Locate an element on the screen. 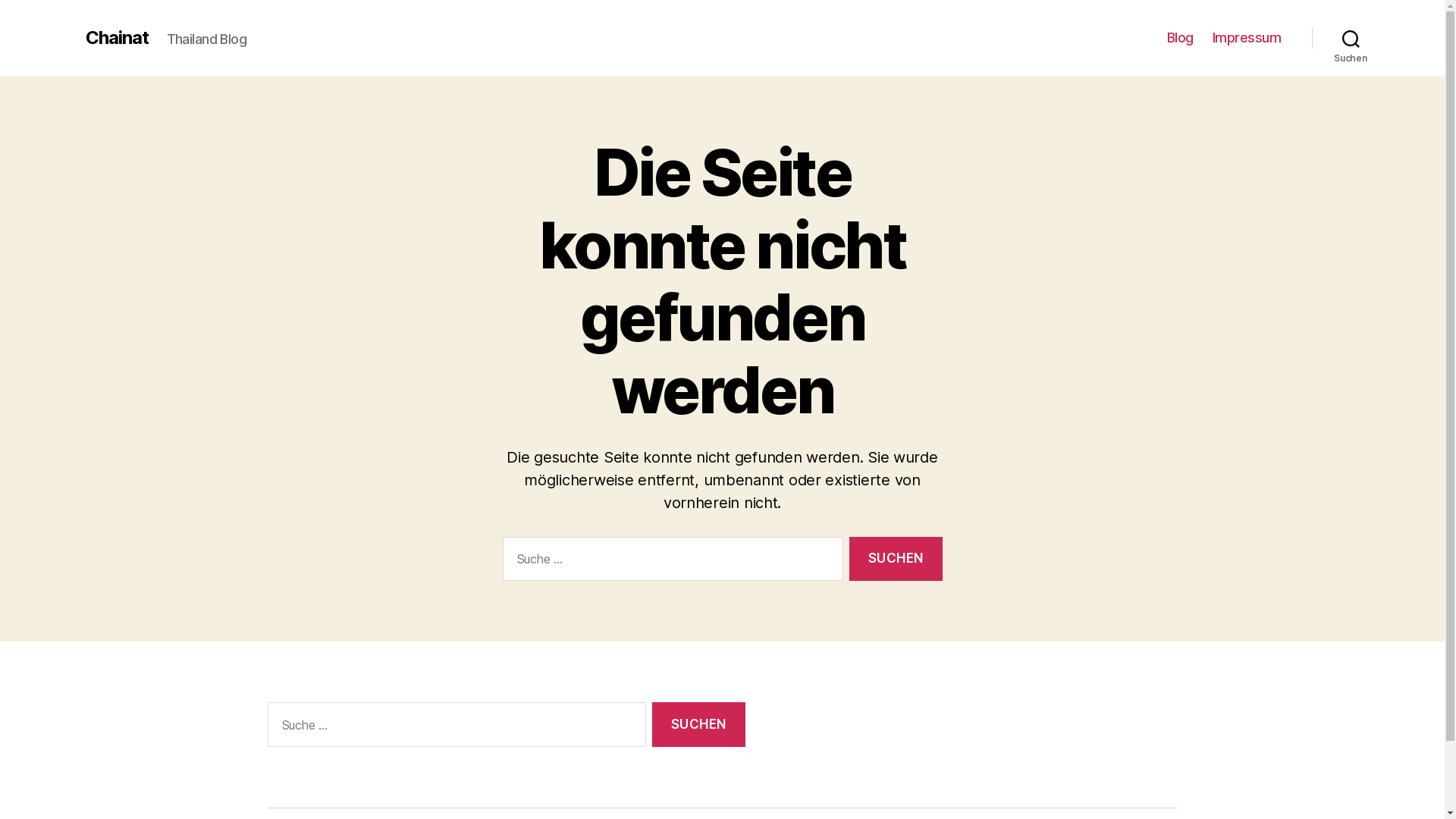 This screenshot has height=819, width=1456. 'Suchen' is located at coordinates (895, 559).